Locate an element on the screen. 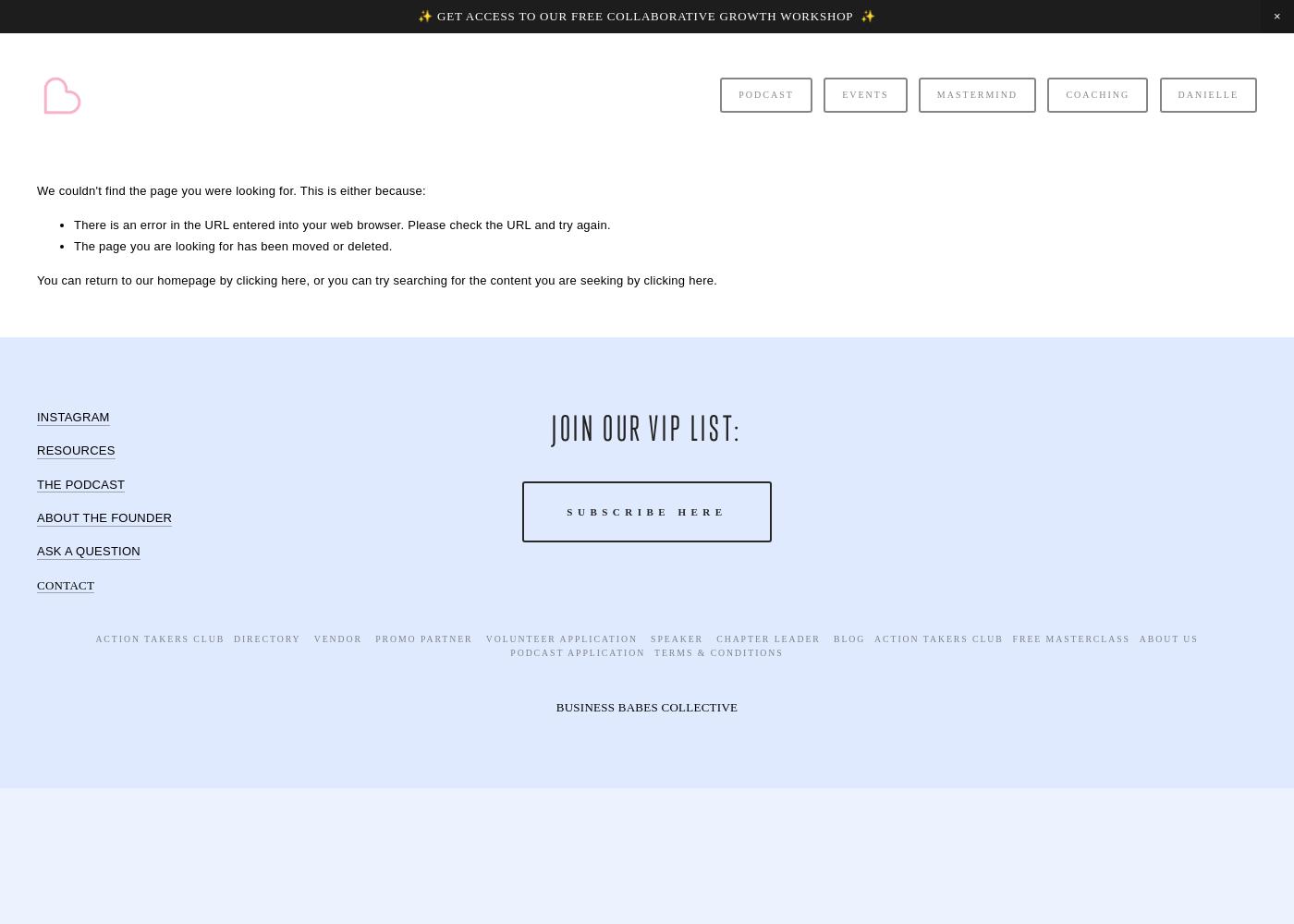 Image resolution: width=1294 pixels, height=924 pixels. 'Chapter Leader' is located at coordinates (767, 638).